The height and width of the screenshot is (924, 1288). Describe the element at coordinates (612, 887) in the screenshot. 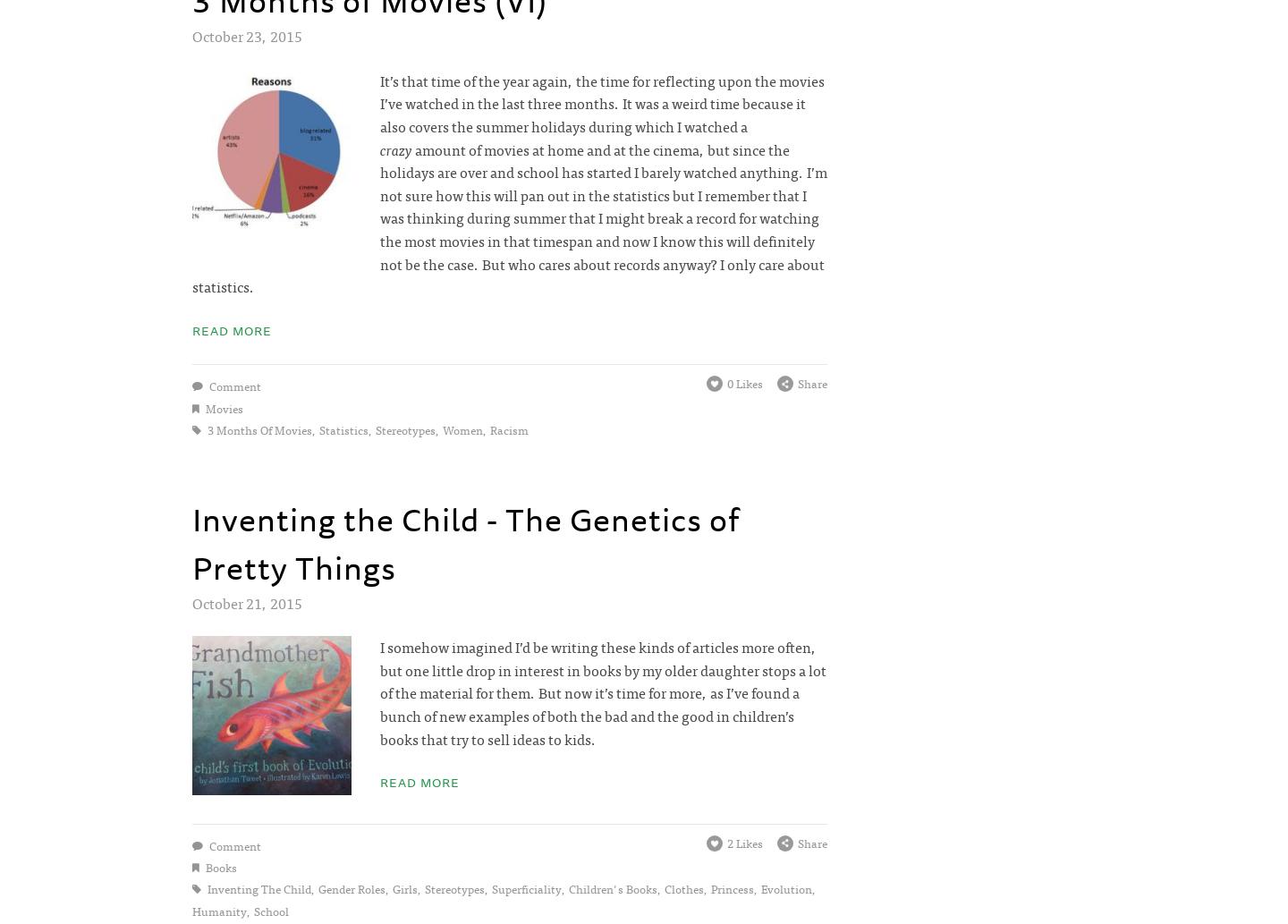

I see `'children's books'` at that location.